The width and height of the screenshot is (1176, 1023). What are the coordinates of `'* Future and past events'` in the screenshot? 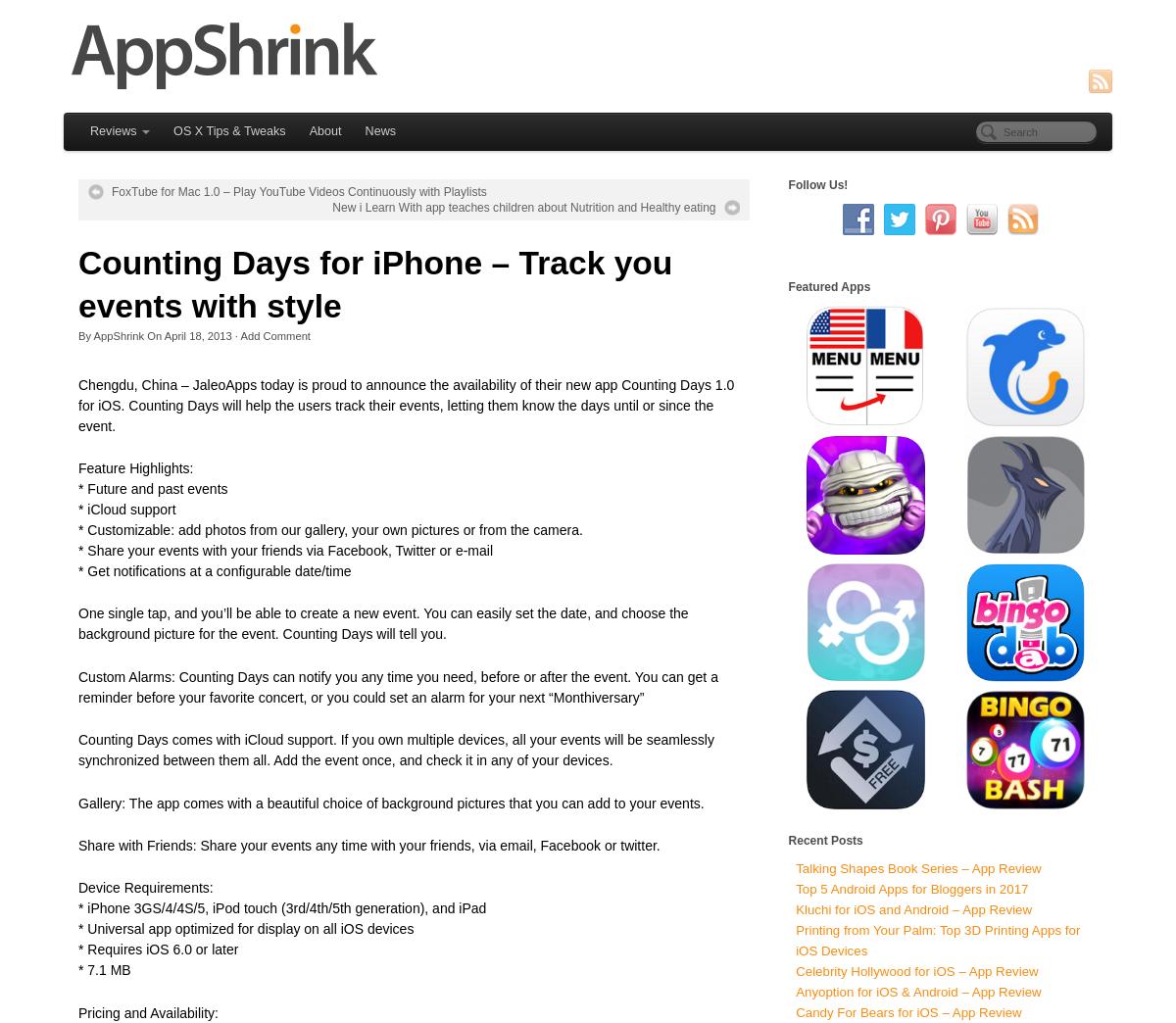 It's located at (152, 487).